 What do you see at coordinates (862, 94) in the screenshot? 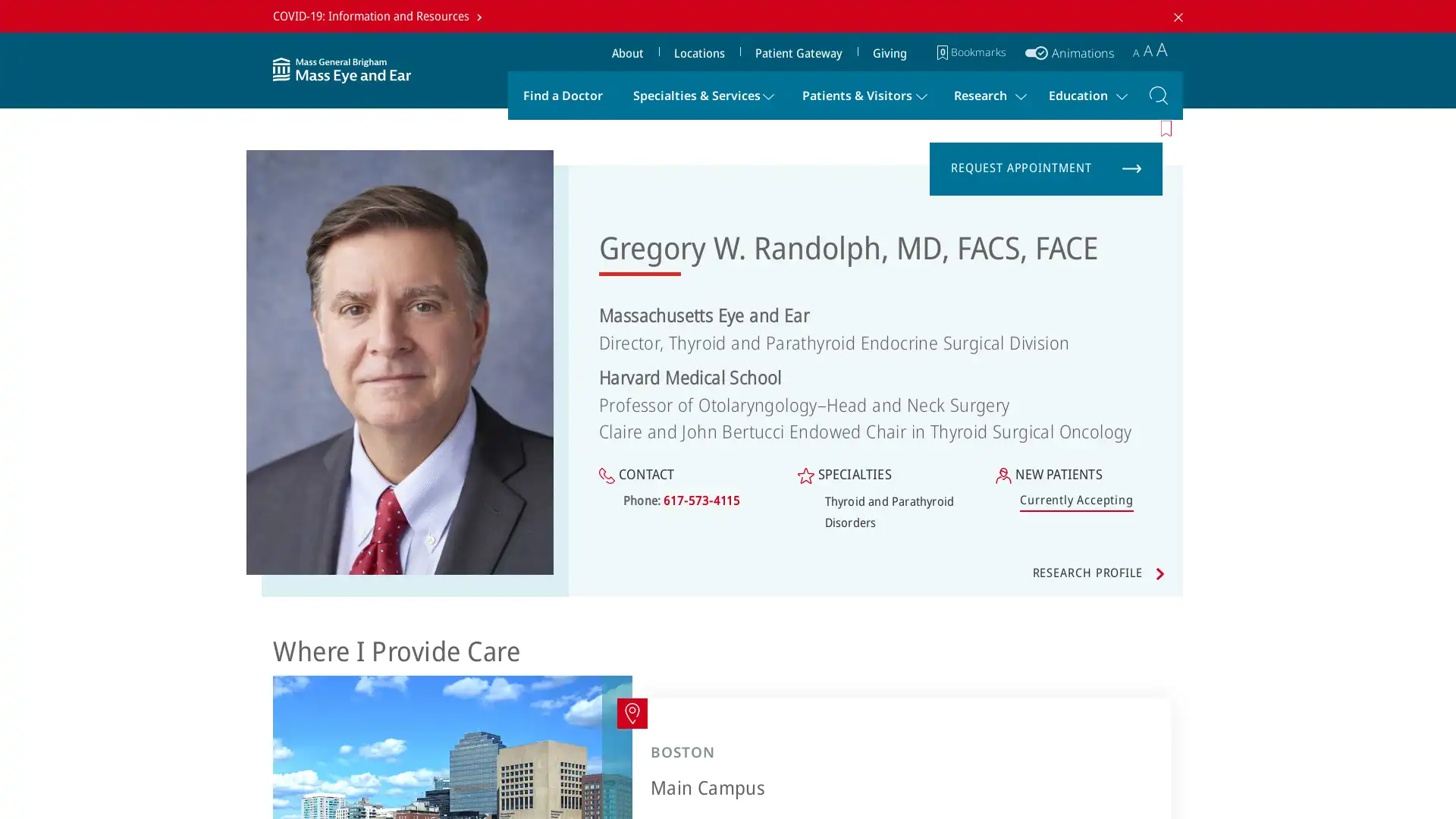
I see `Patients & Visitors` at bounding box center [862, 94].